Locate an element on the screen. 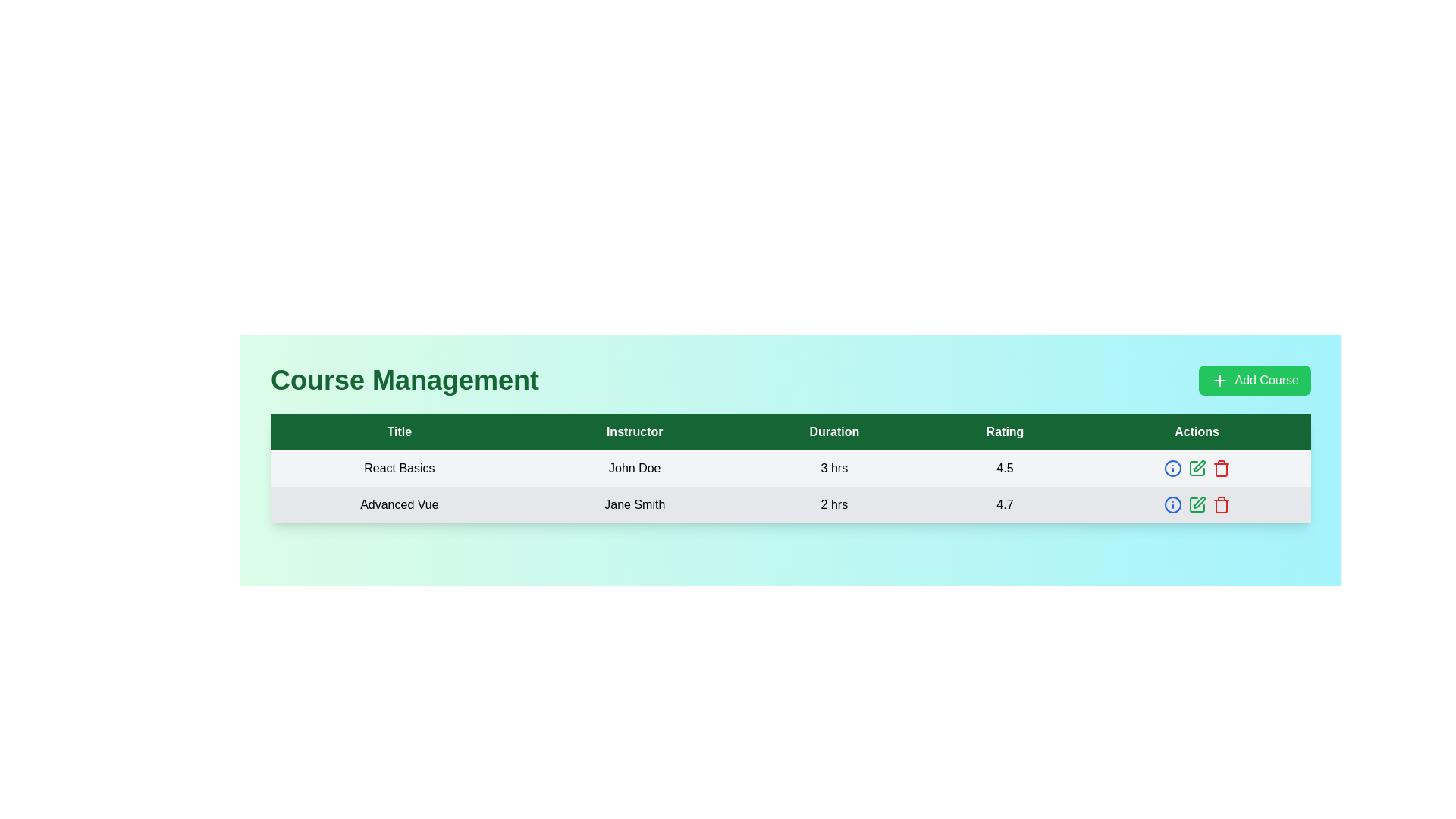 Image resolution: width=1456 pixels, height=819 pixels. the vibrant green 'Add Course' button located in the top-right corner of the interface is located at coordinates (1254, 379).